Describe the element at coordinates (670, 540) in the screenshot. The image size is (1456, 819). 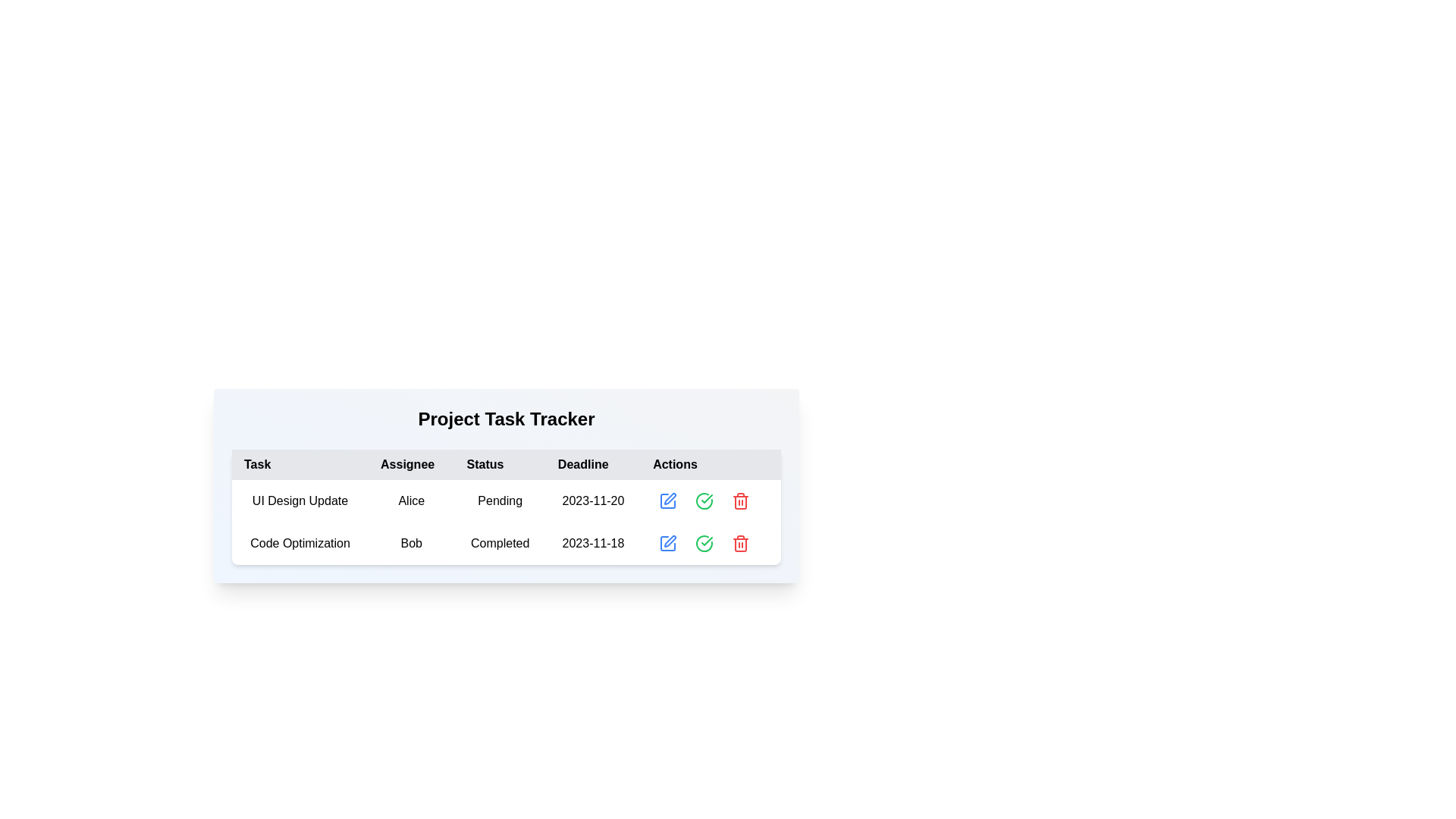
I see `the edit action icon button represented by a pen overlaying a square, located in the 'Actions' column of the second row next to 'Code Optimization', for keyboard interaction` at that location.